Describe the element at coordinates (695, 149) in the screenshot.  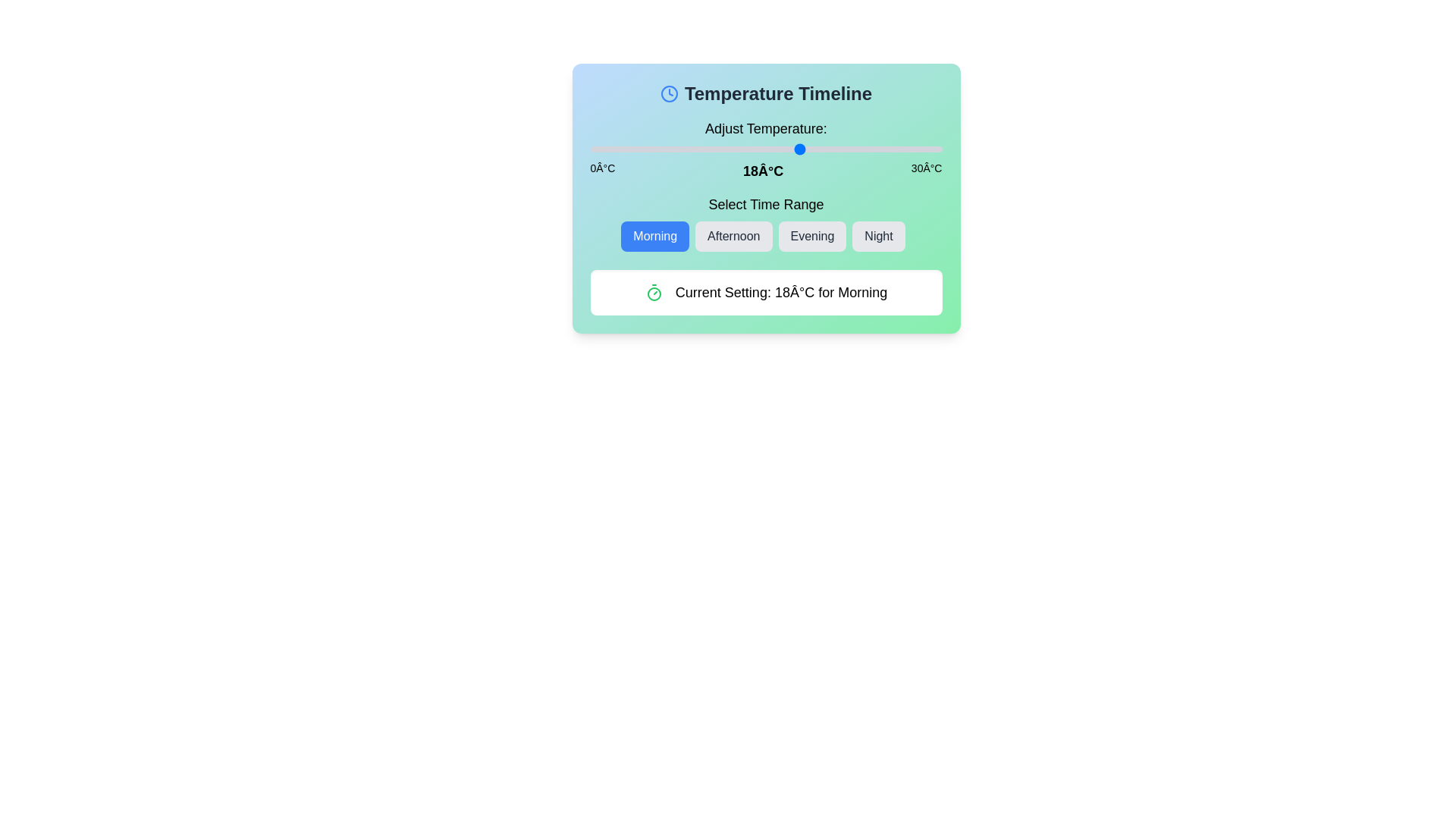
I see `the temperature slider to set the temperature to 9°C` at that location.